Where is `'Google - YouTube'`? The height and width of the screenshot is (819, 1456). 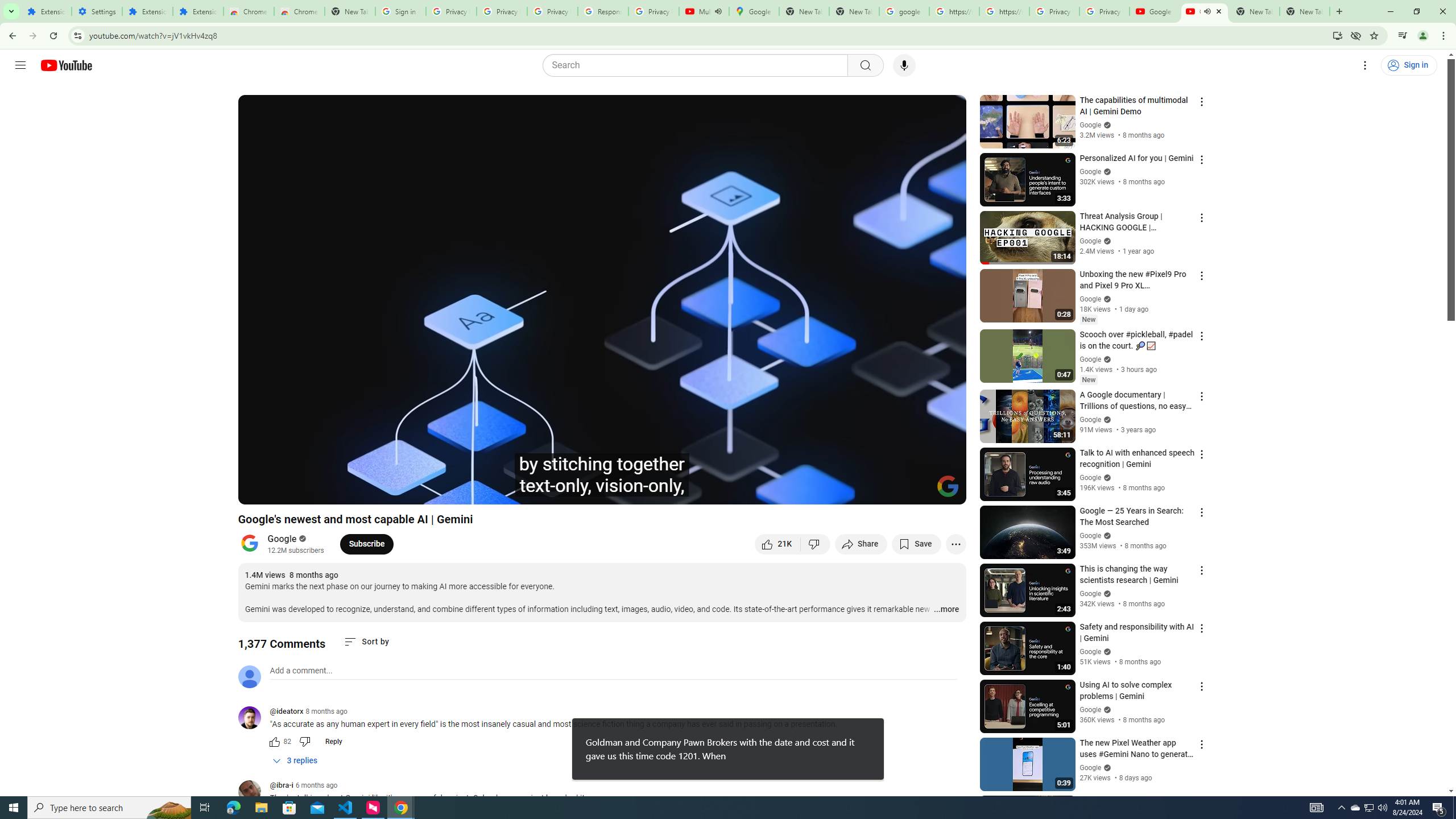 'Google - YouTube' is located at coordinates (1155, 11).